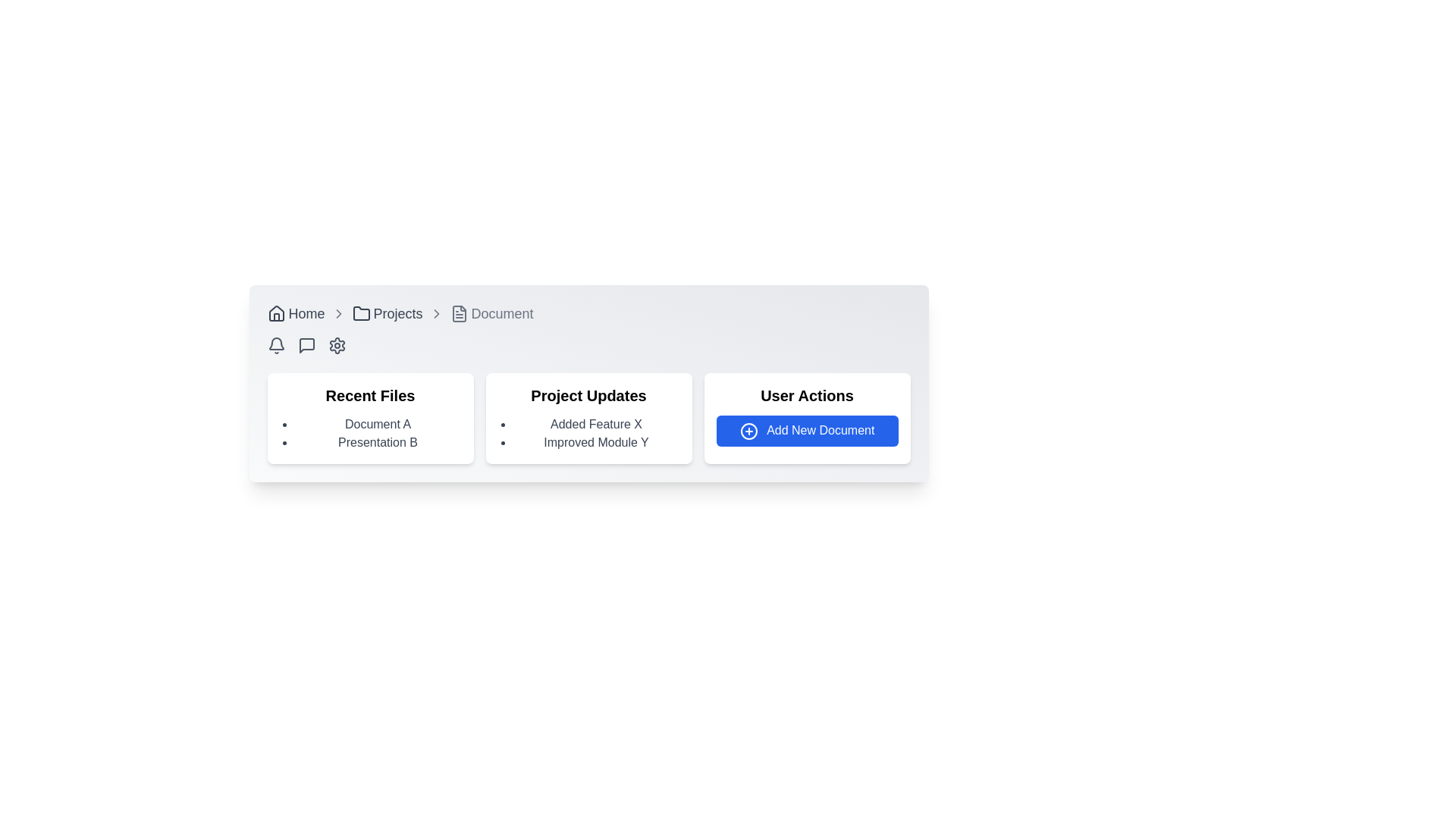  Describe the element at coordinates (458, 312) in the screenshot. I see `the rectangular document icon in the top navigation bar, which is part of a breadcrumb trail under 'Document'` at that location.